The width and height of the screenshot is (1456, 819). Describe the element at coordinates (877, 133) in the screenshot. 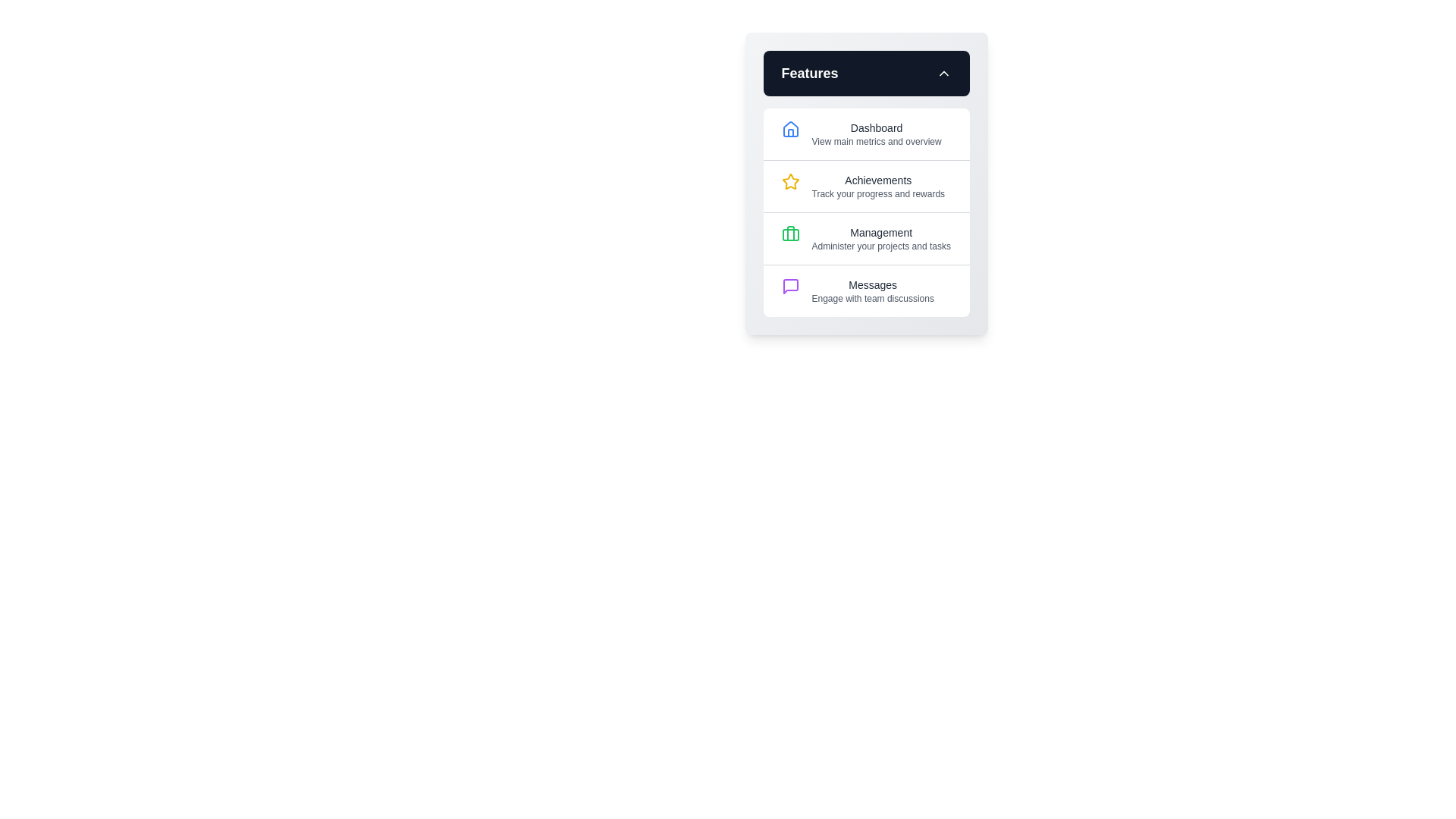

I see `the 'Dashboard' text label, which is located below the house icon in the feature menu's vertical list` at that location.